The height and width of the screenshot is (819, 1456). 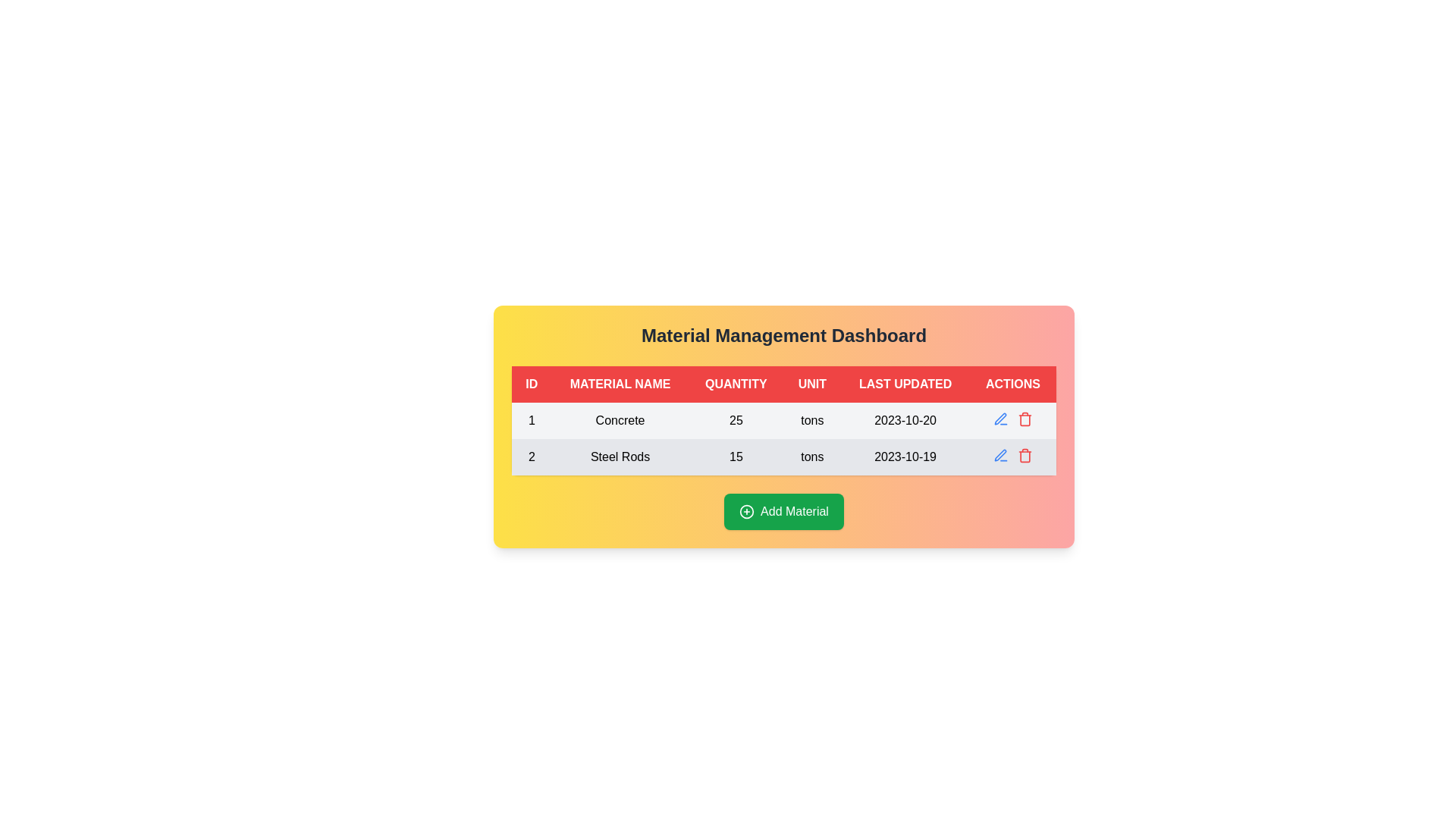 I want to click on the 'tons' text label in the 'UNIT' column of the table row for 'Steel Rods' in the material management dashboard, so click(x=811, y=456).